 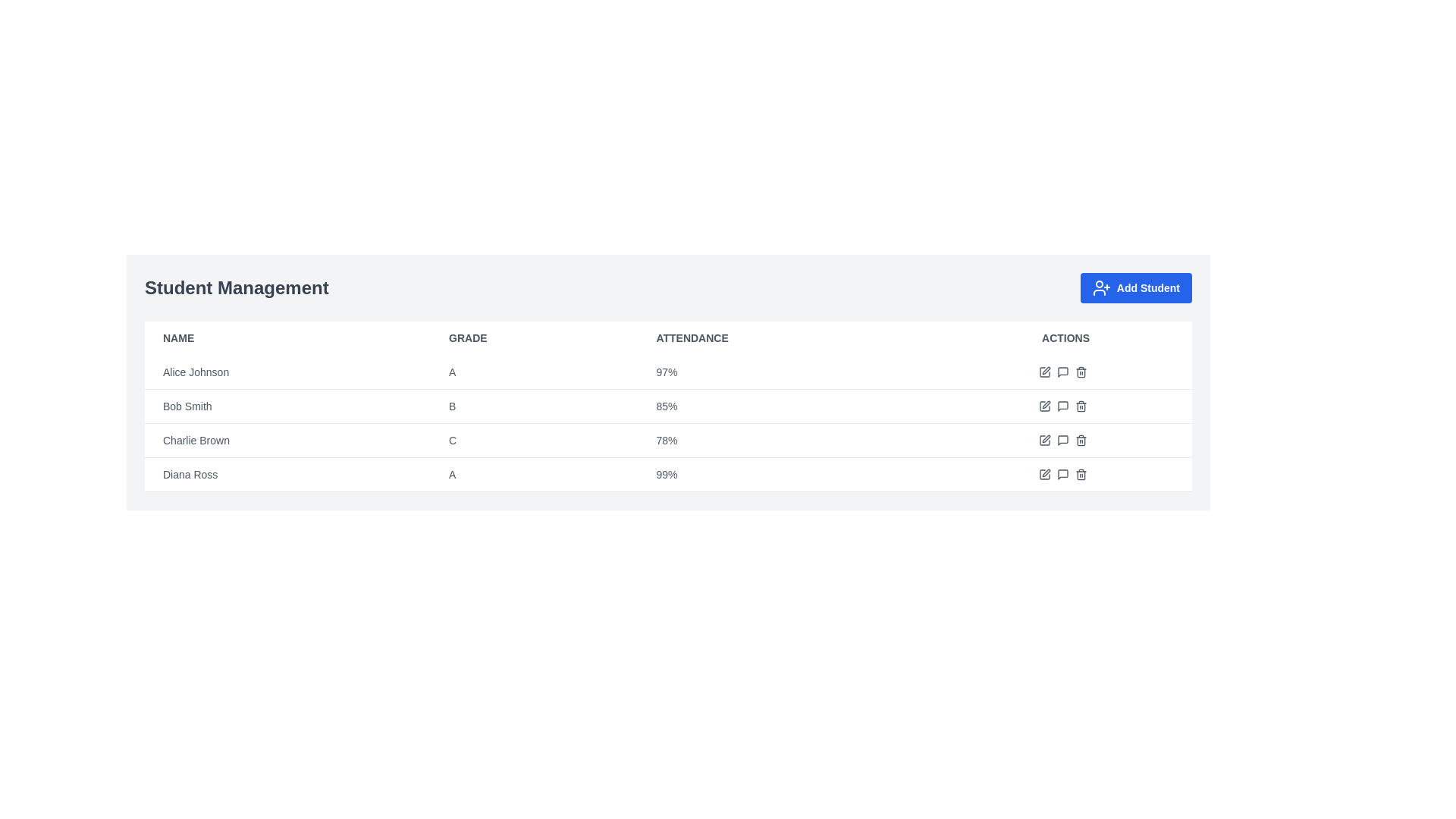 What do you see at coordinates (1062, 372) in the screenshot?
I see `the messaging/commenting icon in the Actions column of Bob Smith's row` at bounding box center [1062, 372].